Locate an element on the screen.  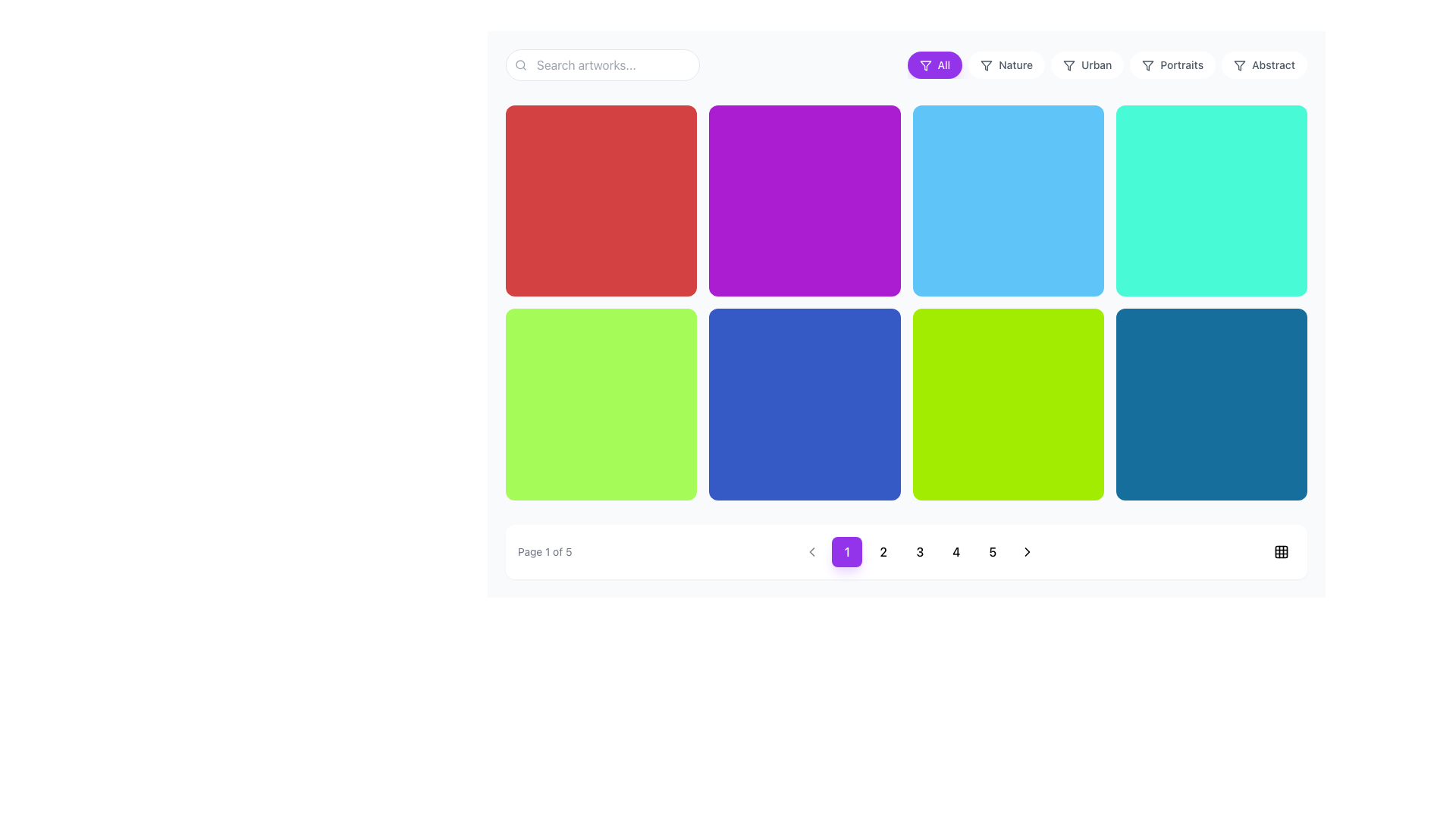
the first numerical button in the navigation control bar to jump to the first page of the paginated list is located at coordinates (846, 551).